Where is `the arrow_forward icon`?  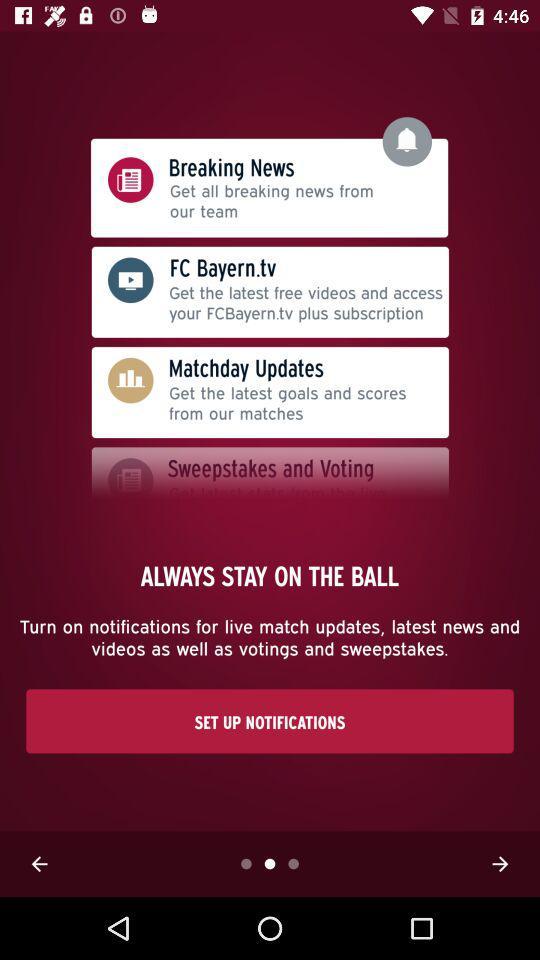 the arrow_forward icon is located at coordinates (499, 863).